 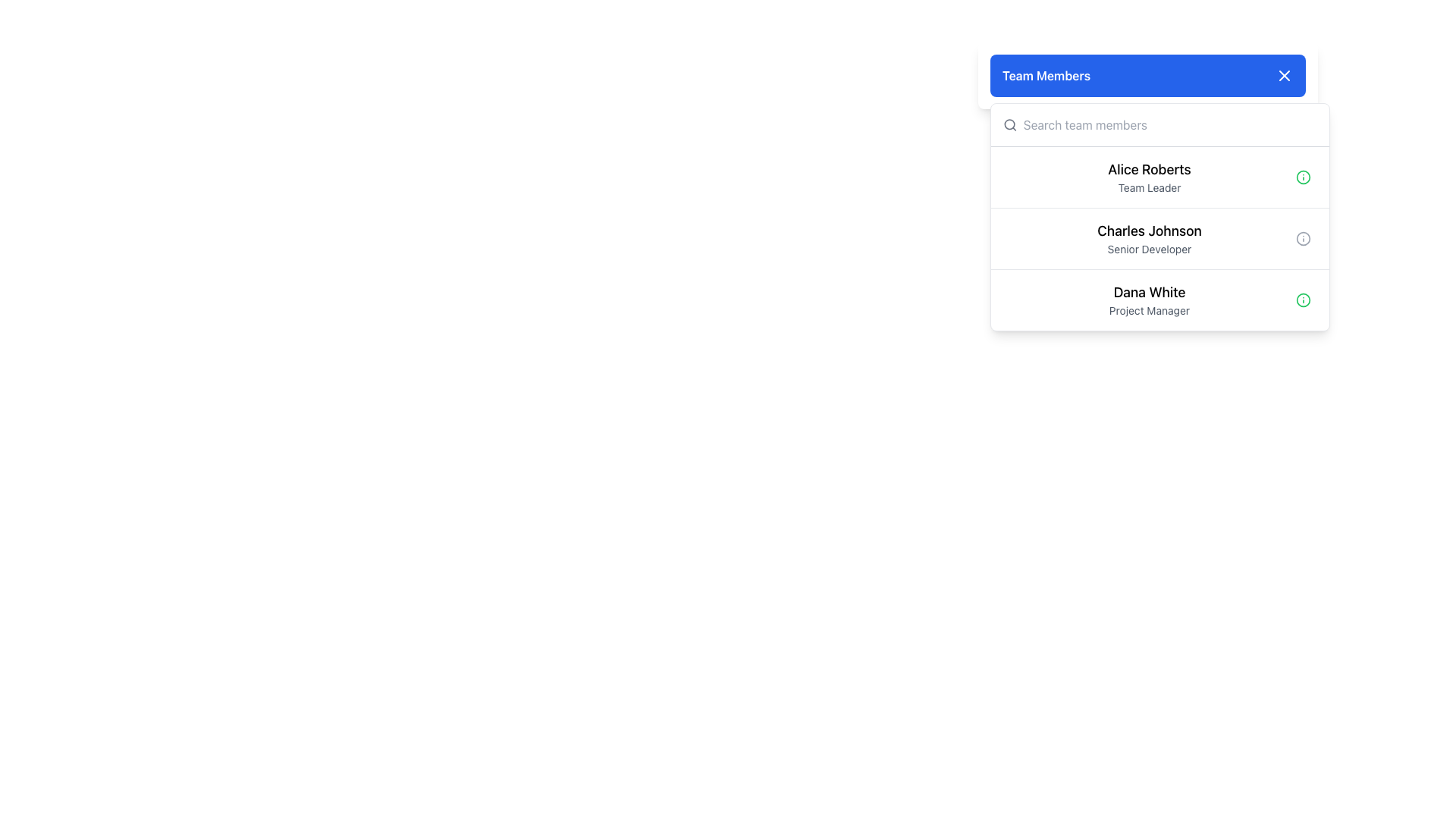 I want to click on the first list item under 'Team Members', so click(x=1159, y=177).